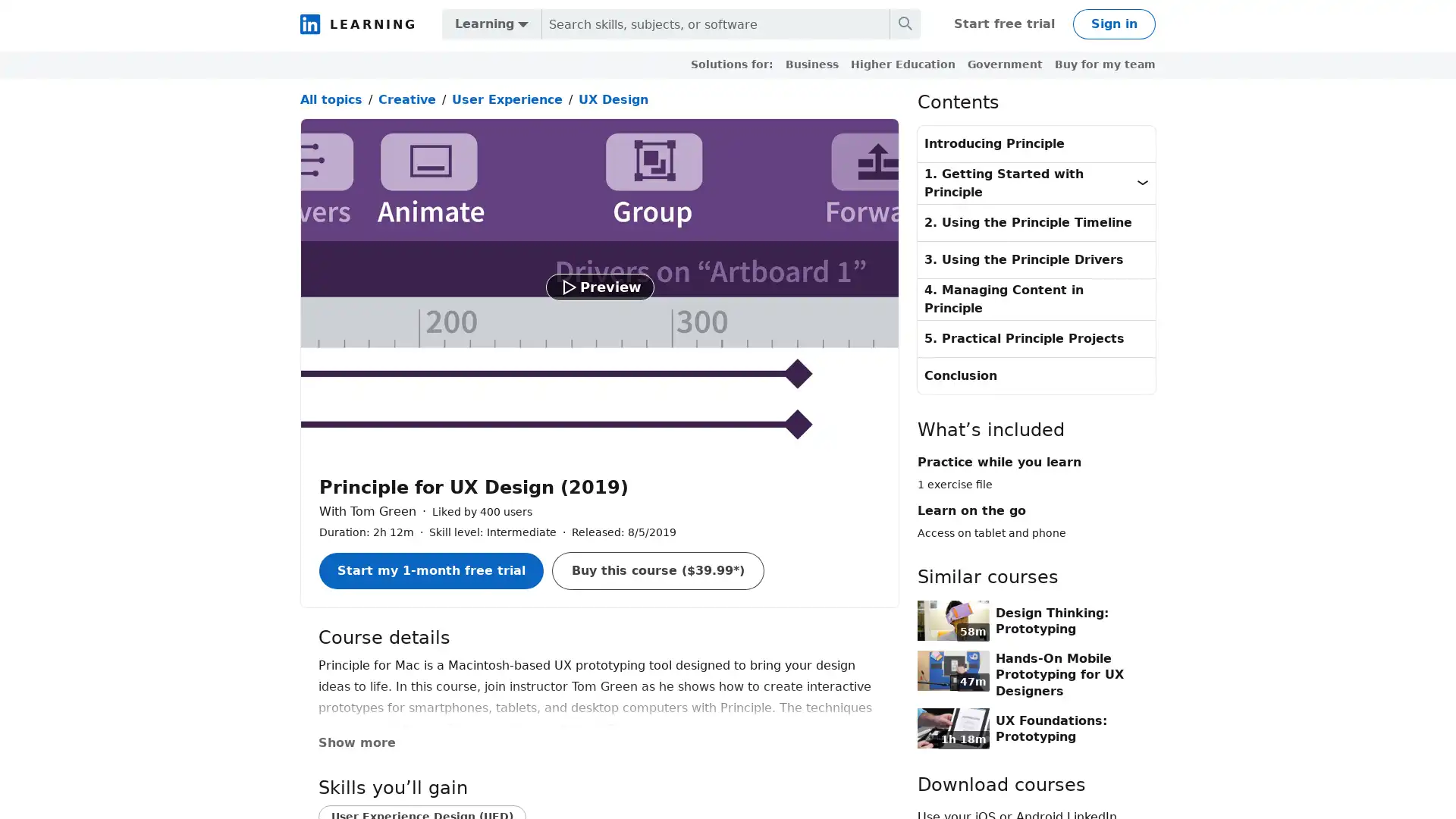  Describe the element at coordinates (367, 742) in the screenshot. I see `Show more, visually expands previously read content above` at that location.